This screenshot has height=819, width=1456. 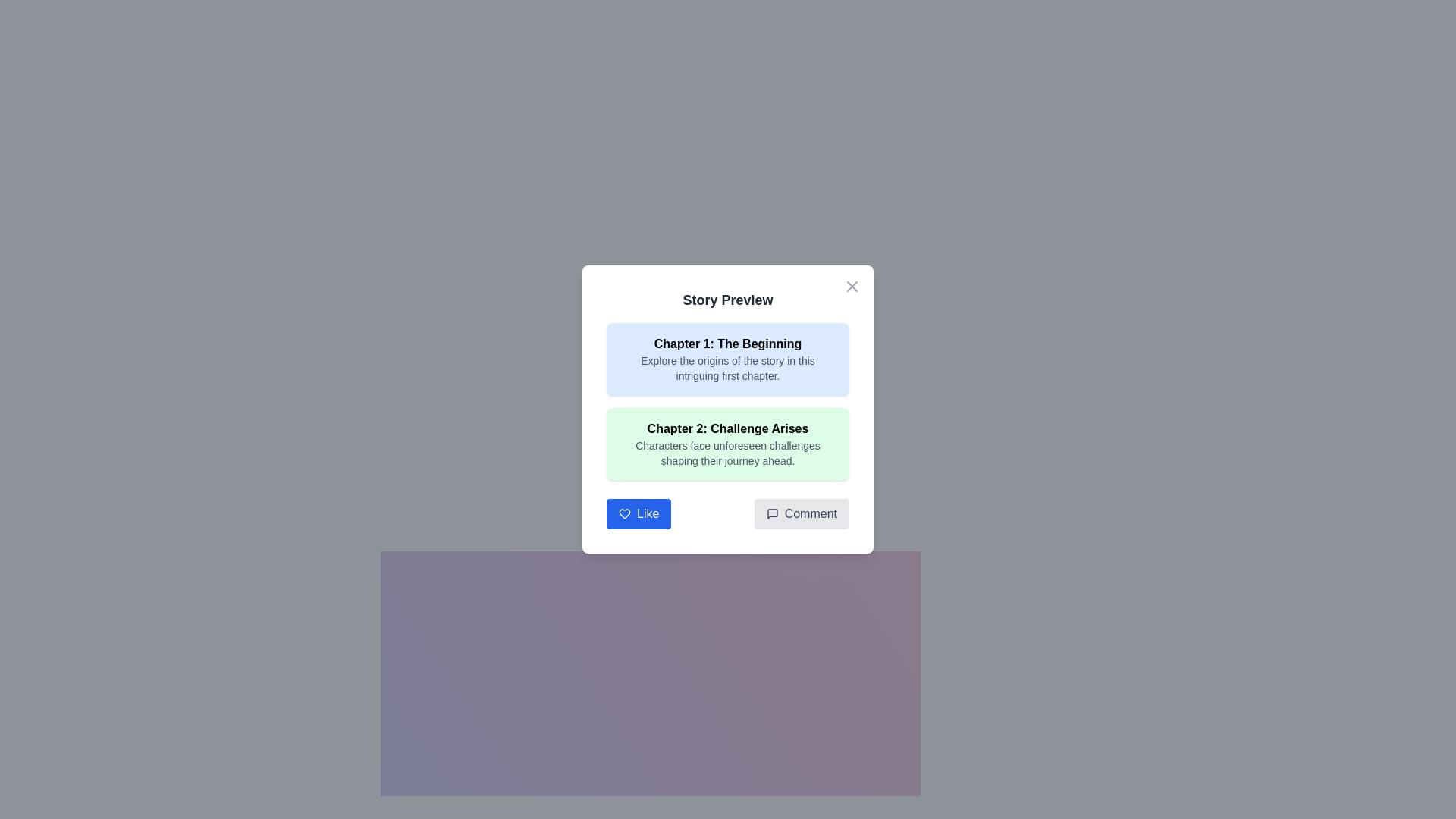 What do you see at coordinates (648, 513) in the screenshot?
I see `the 'Like' text label within the button in the 'Story Preview' pop-up interface` at bounding box center [648, 513].